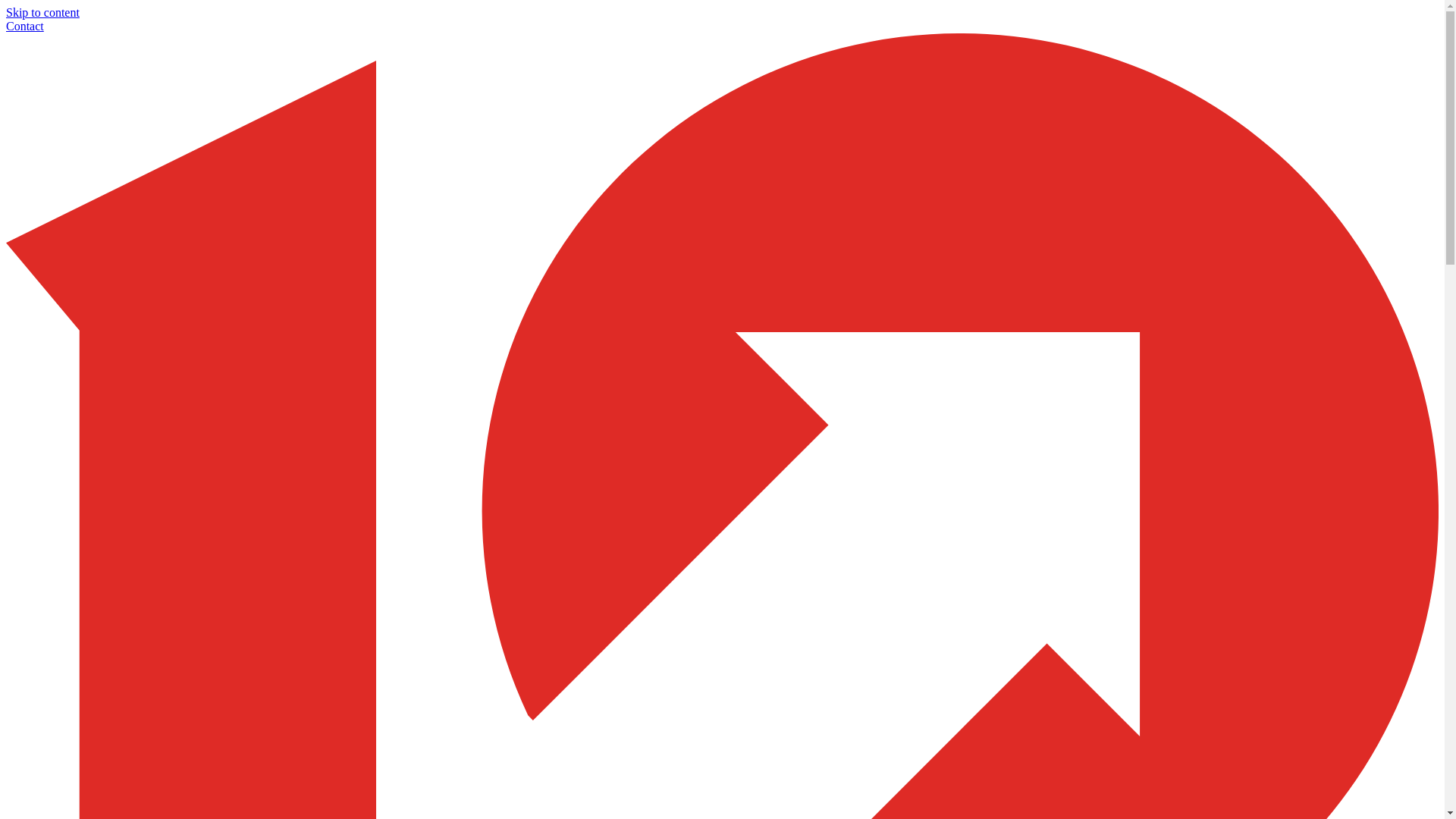 The width and height of the screenshot is (1456, 819). I want to click on 'Contact', so click(25, 26).